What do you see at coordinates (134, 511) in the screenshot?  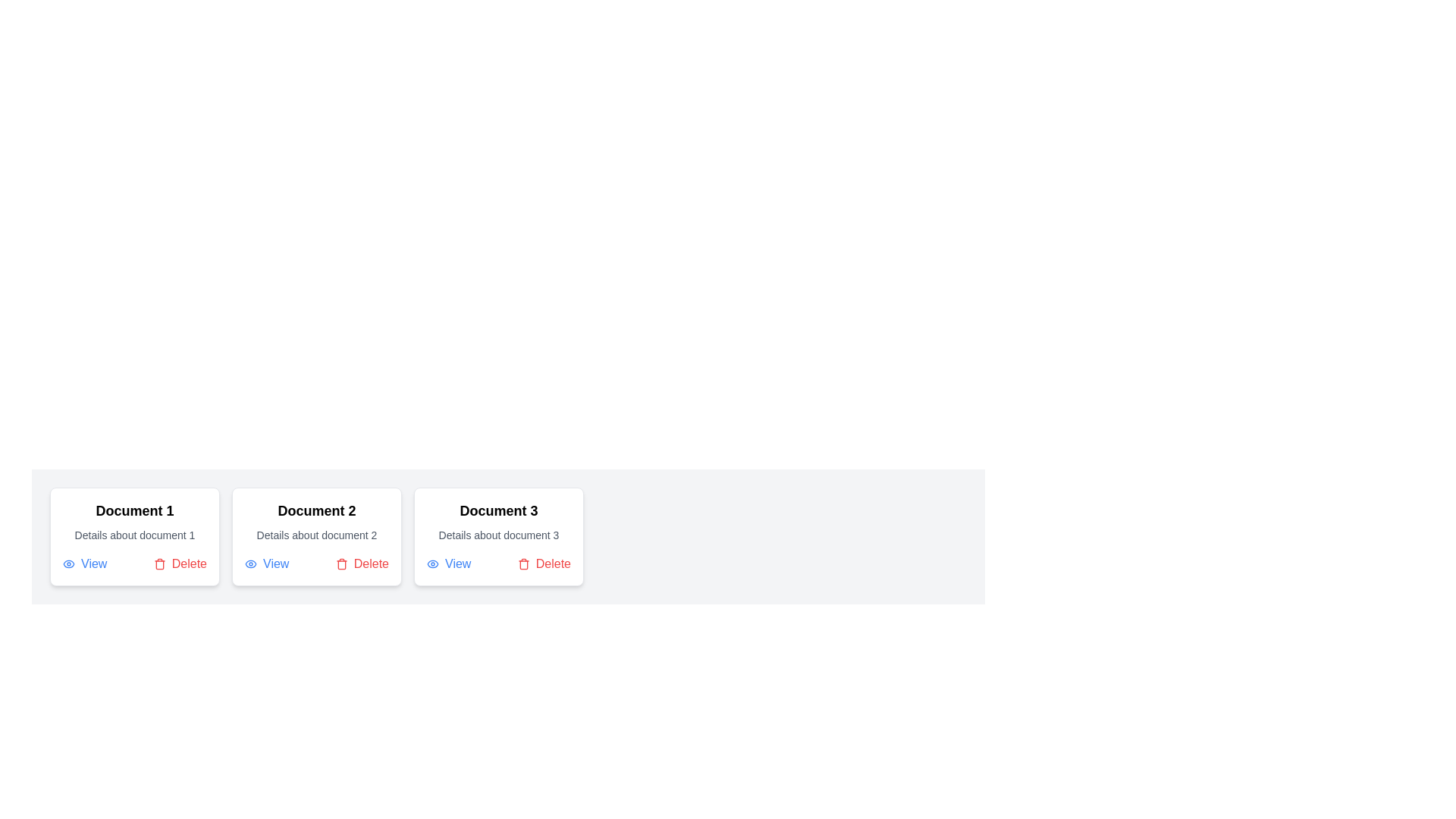 I see `the 'Document 1' text label, which is the main heading of the first card, displayed in bold, large font at the top of a white card with rounded corners` at bounding box center [134, 511].